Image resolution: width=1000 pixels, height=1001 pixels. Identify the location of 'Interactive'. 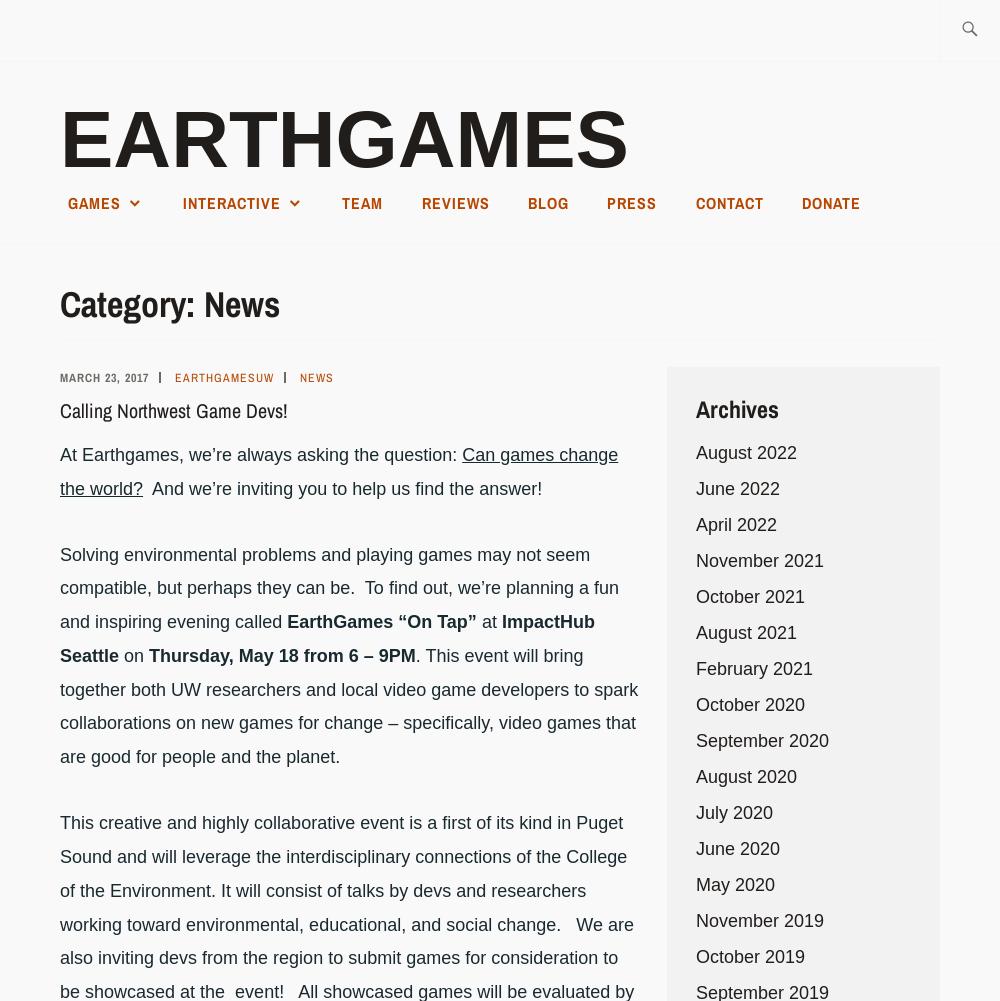
(182, 202).